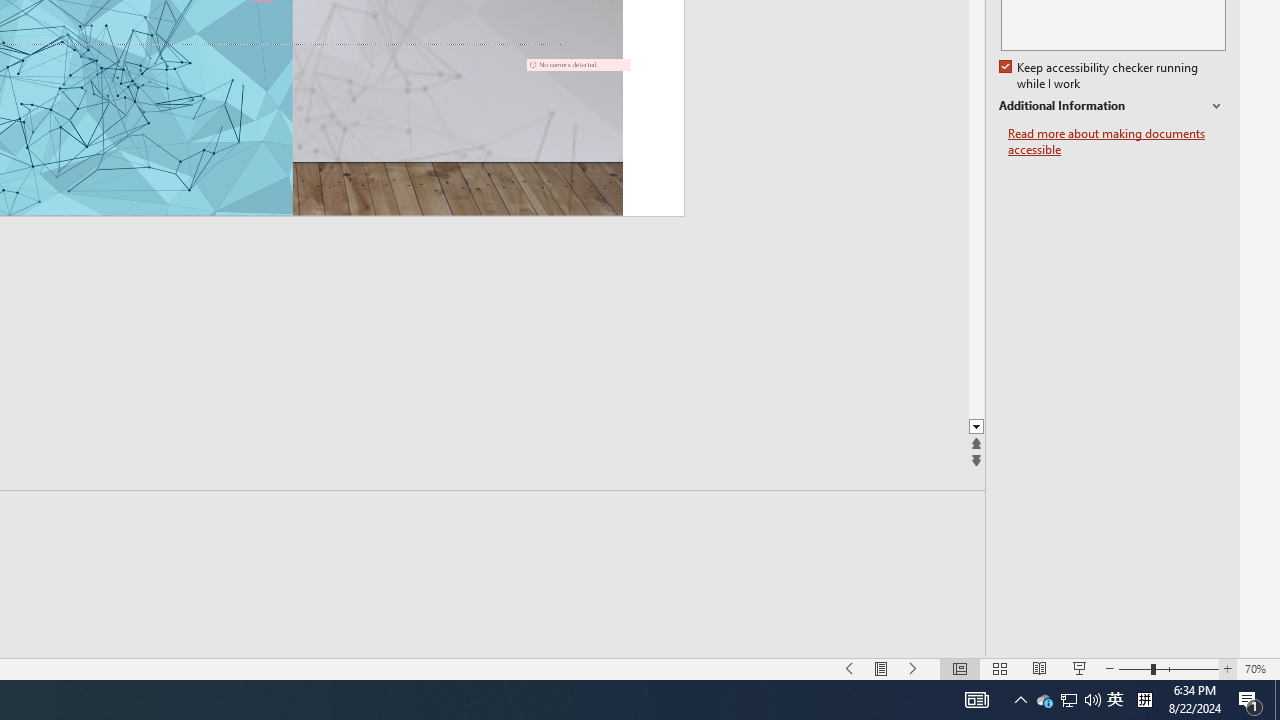 This screenshot has width=1280, height=720. What do you see at coordinates (850, 669) in the screenshot?
I see `'Slide Show Previous On'` at bounding box center [850, 669].